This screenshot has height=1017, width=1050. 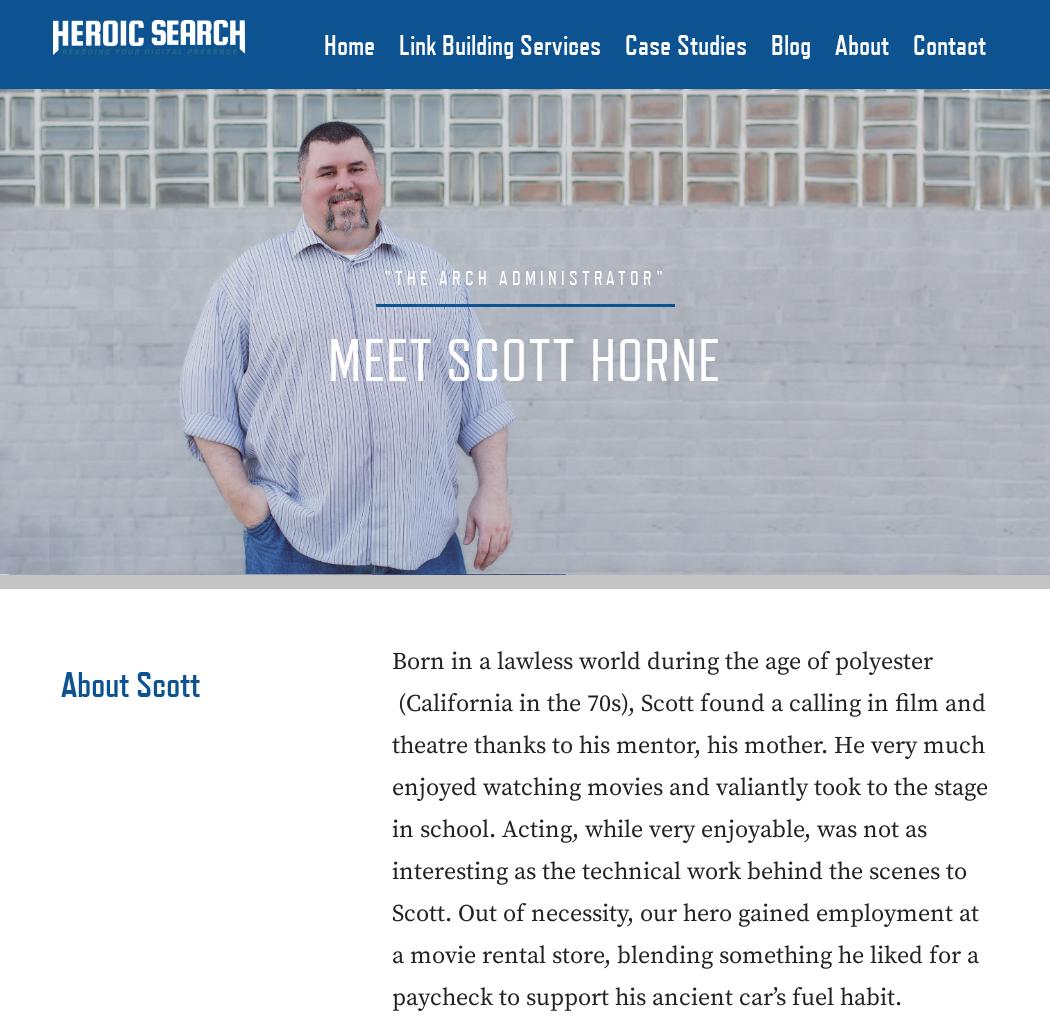 What do you see at coordinates (553, 229) in the screenshot?
I see `'Enterprise Link Building Services'` at bounding box center [553, 229].